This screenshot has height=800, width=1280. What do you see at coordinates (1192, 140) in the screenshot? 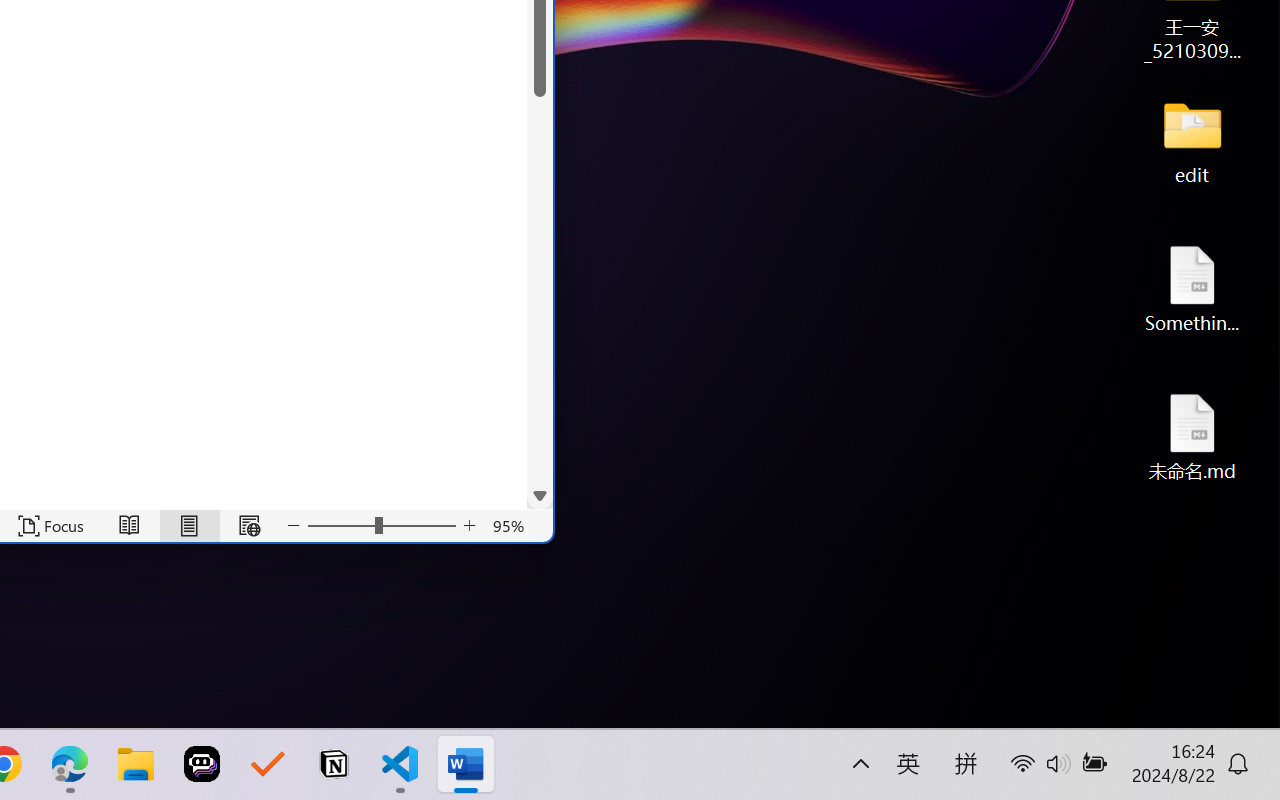
I see `'edit'` at bounding box center [1192, 140].